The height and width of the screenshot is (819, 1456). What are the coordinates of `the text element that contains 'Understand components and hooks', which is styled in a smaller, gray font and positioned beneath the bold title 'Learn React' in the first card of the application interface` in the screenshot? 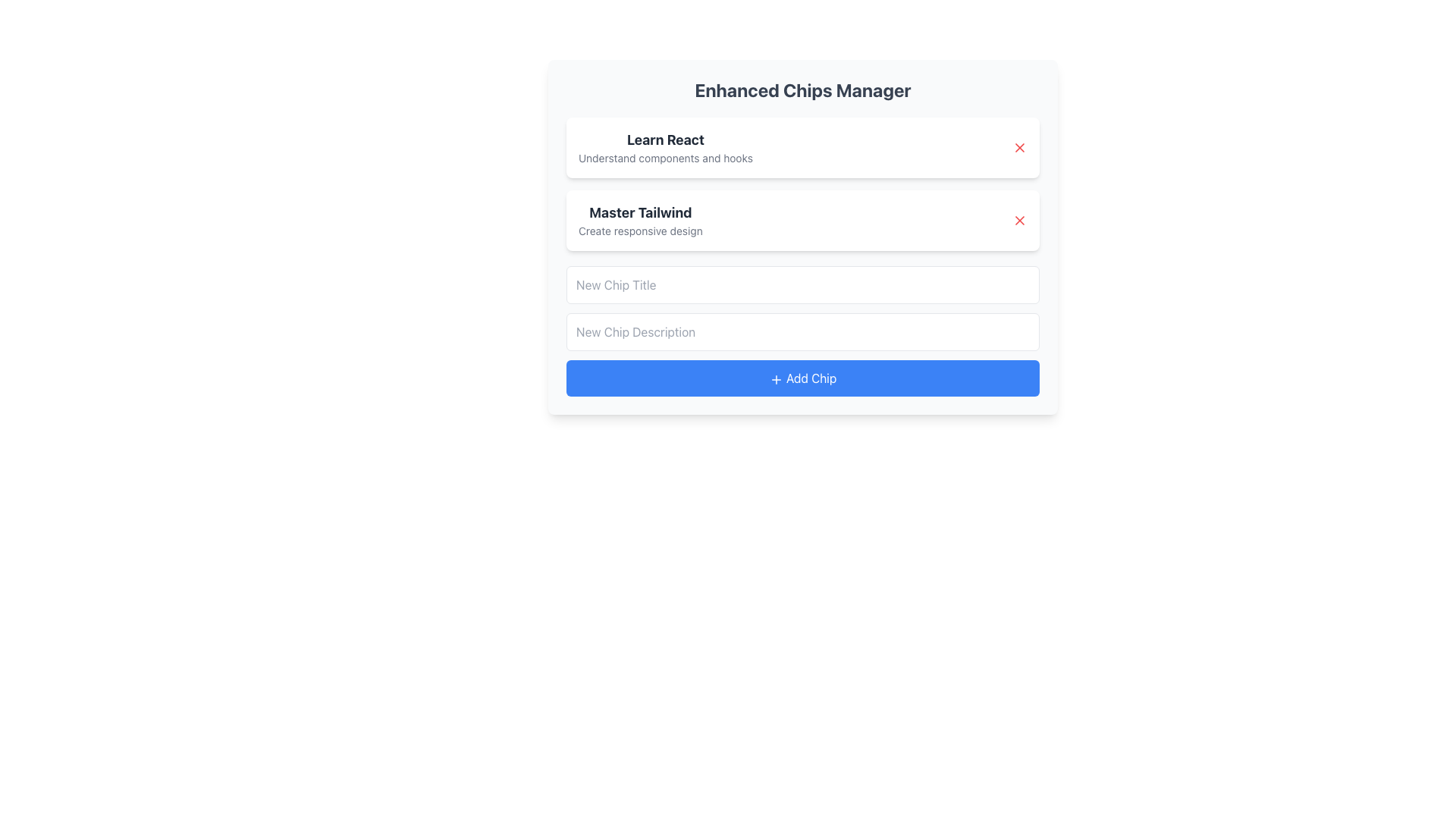 It's located at (666, 158).